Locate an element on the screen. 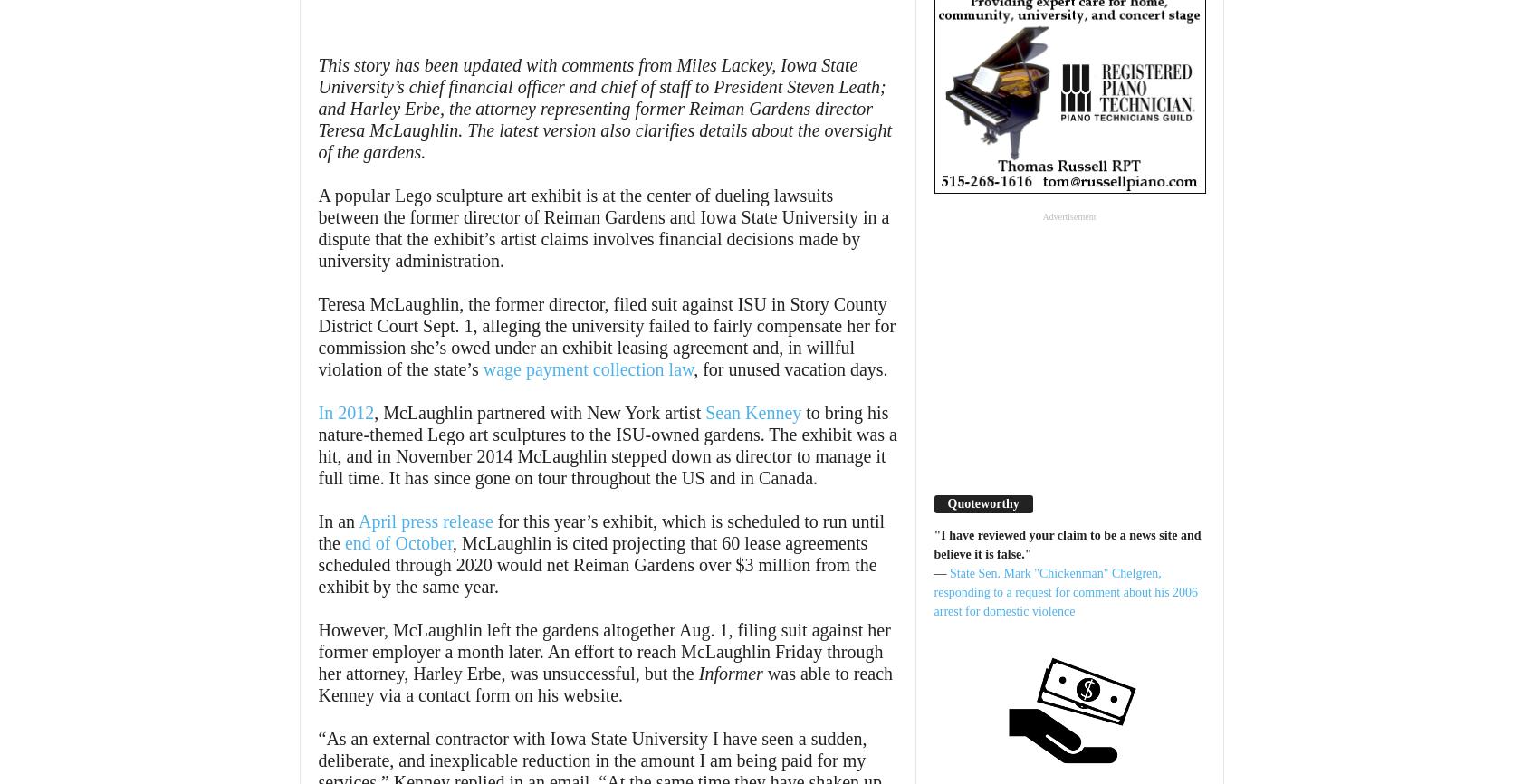 The width and height of the screenshot is (1523, 784). 'Informer' is located at coordinates (730, 672).